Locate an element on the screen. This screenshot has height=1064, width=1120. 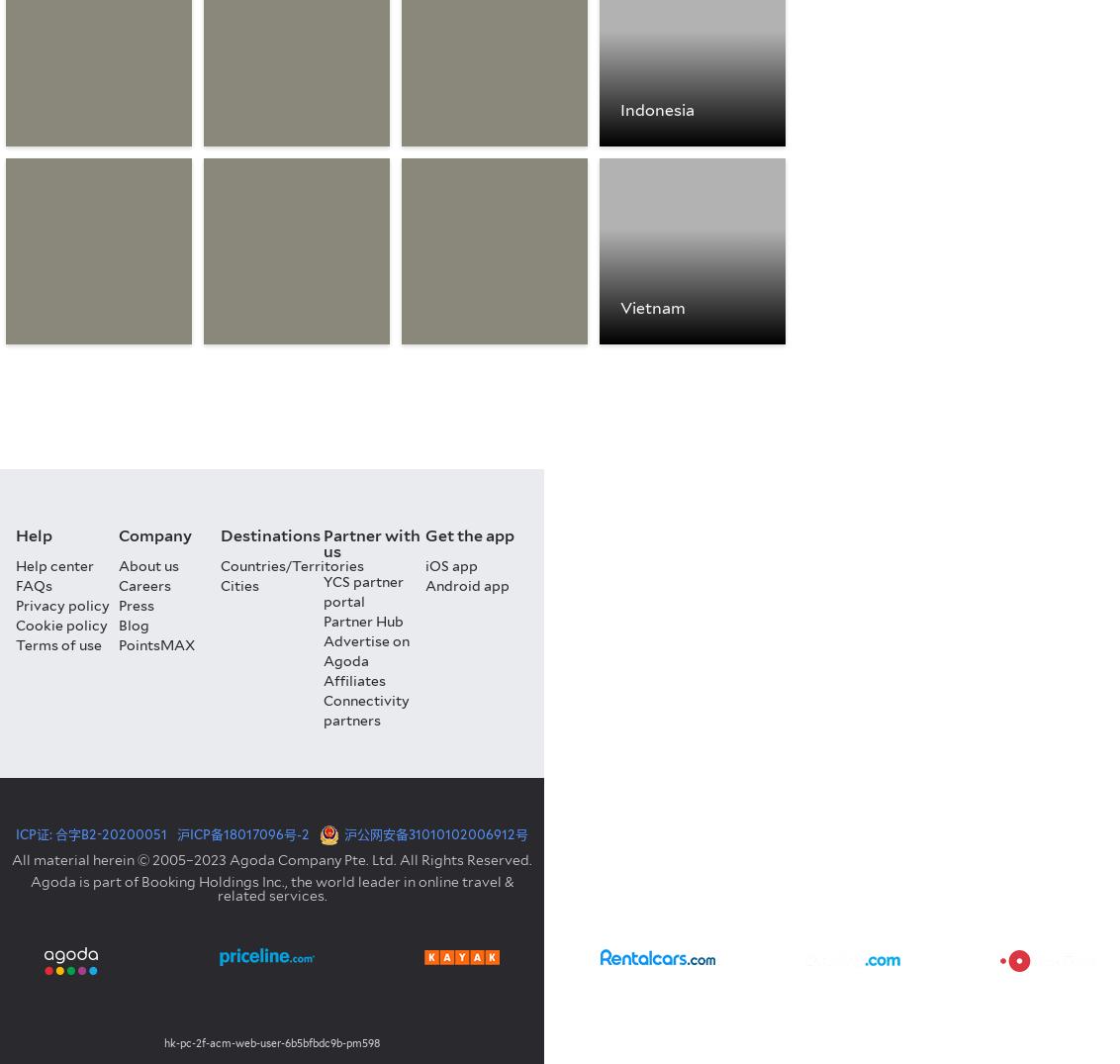
'Careers' is located at coordinates (143, 585).